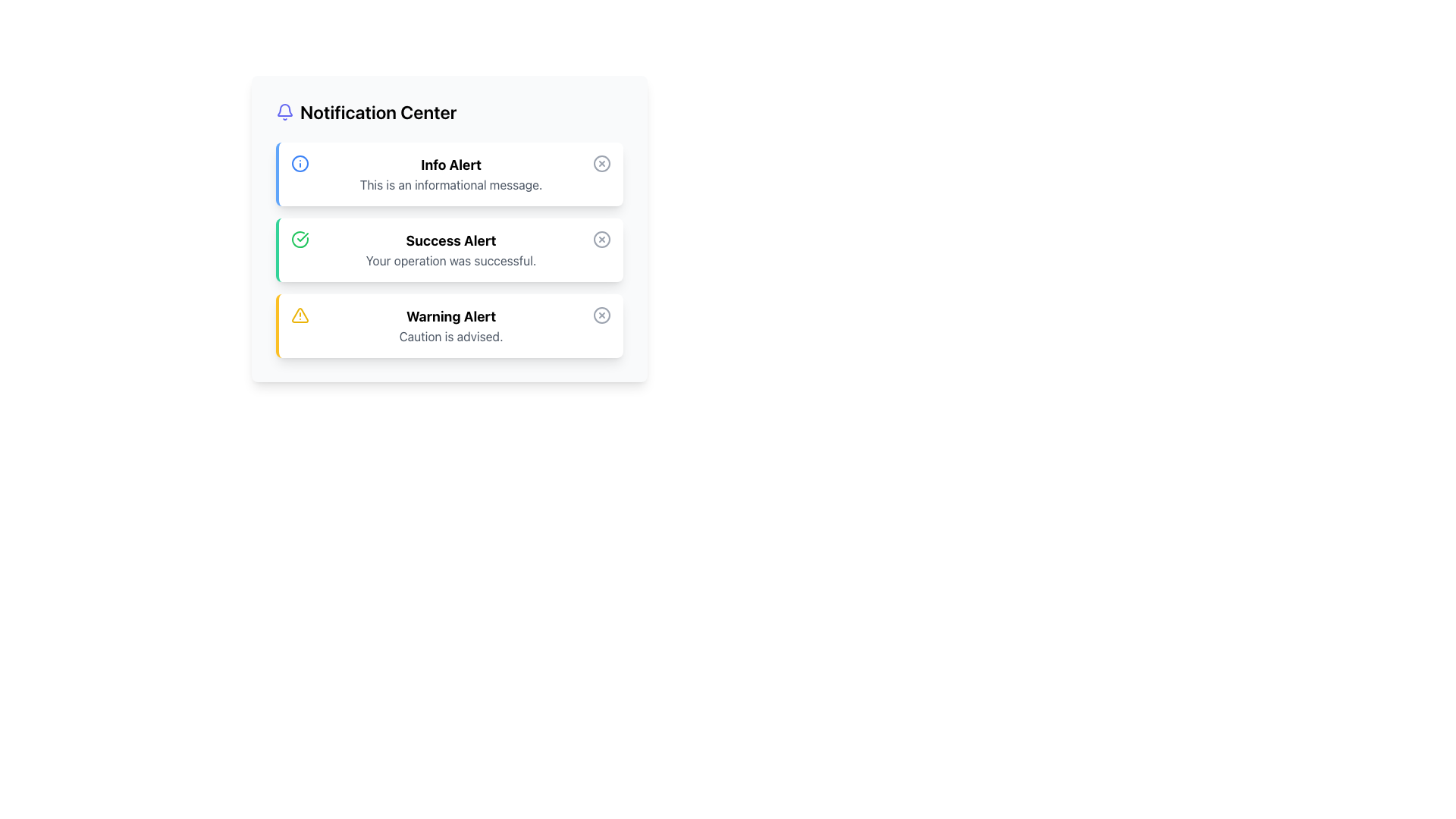 This screenshot has width=1456, height=819. I want to click on the warning icon located to the left of the 'Warning Alert' notification row, which visually represents the alert's warning nature, so click(300, 315).